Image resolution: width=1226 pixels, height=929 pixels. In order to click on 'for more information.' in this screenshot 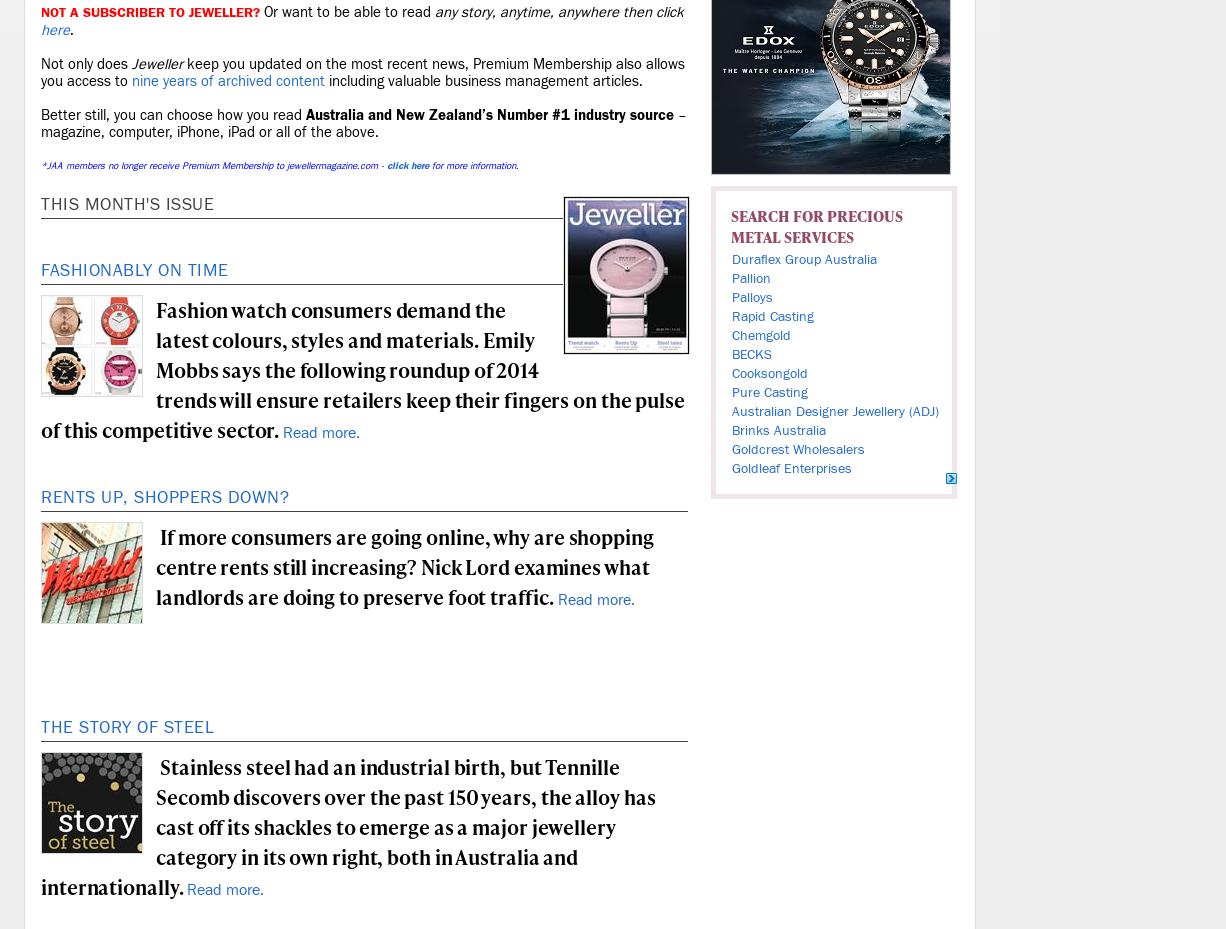, I will do `click(473, 166)`.